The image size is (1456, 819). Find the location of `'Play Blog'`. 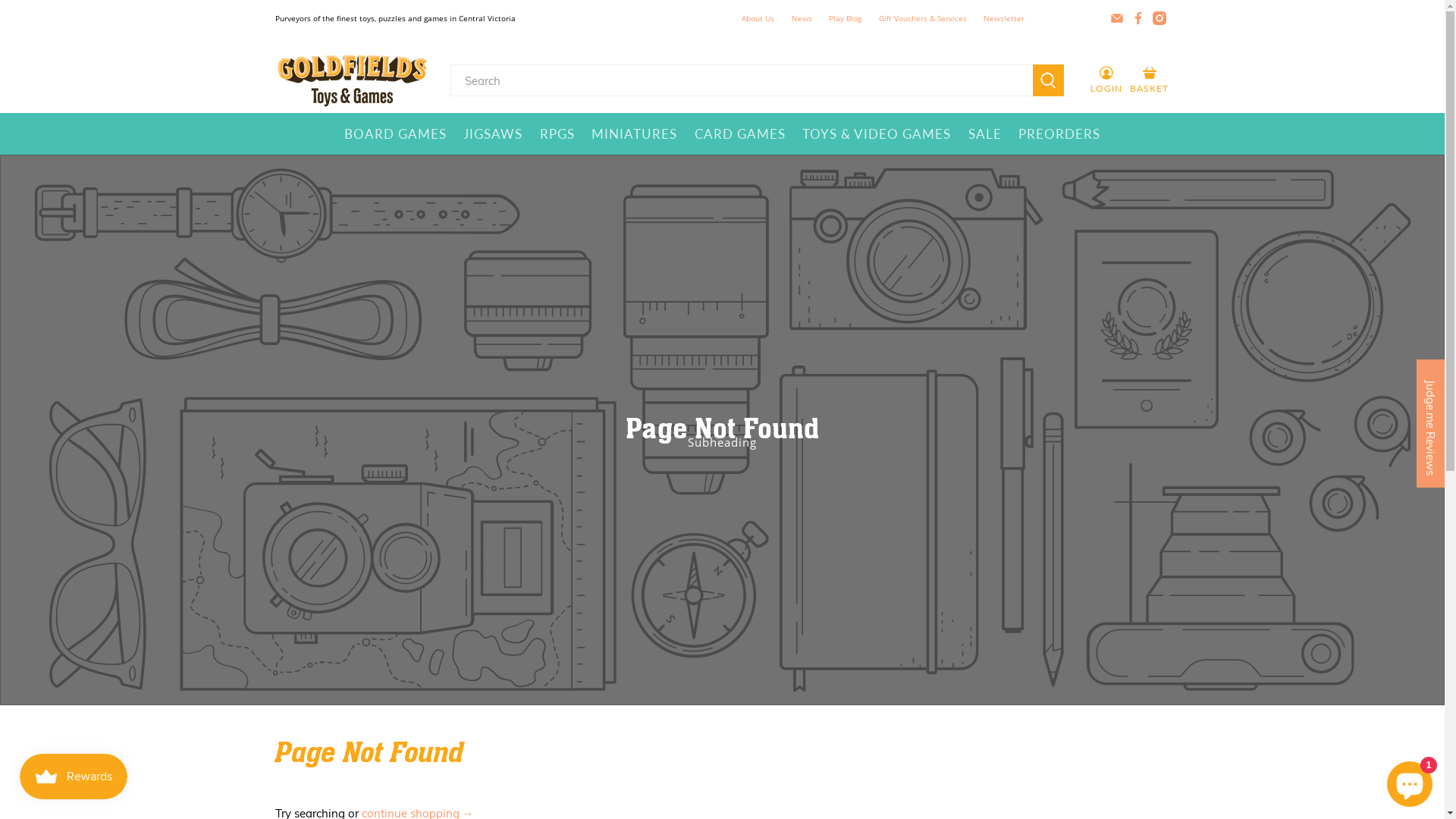

'Play Blog' is located at coordinates (819, 18).